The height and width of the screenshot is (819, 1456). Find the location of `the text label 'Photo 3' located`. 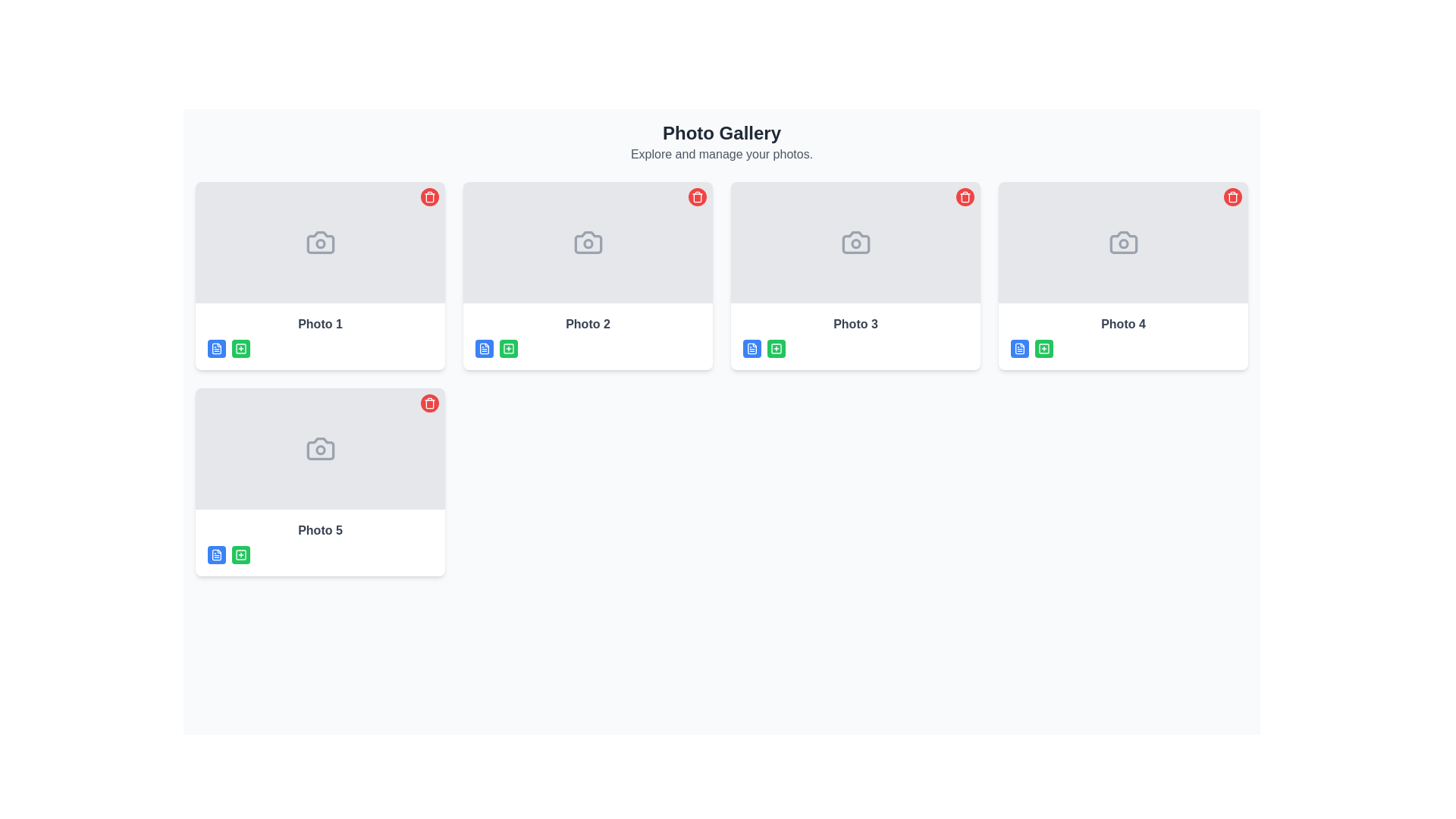

the text label 'Photo 3' located is located at coordinates (855, 335).